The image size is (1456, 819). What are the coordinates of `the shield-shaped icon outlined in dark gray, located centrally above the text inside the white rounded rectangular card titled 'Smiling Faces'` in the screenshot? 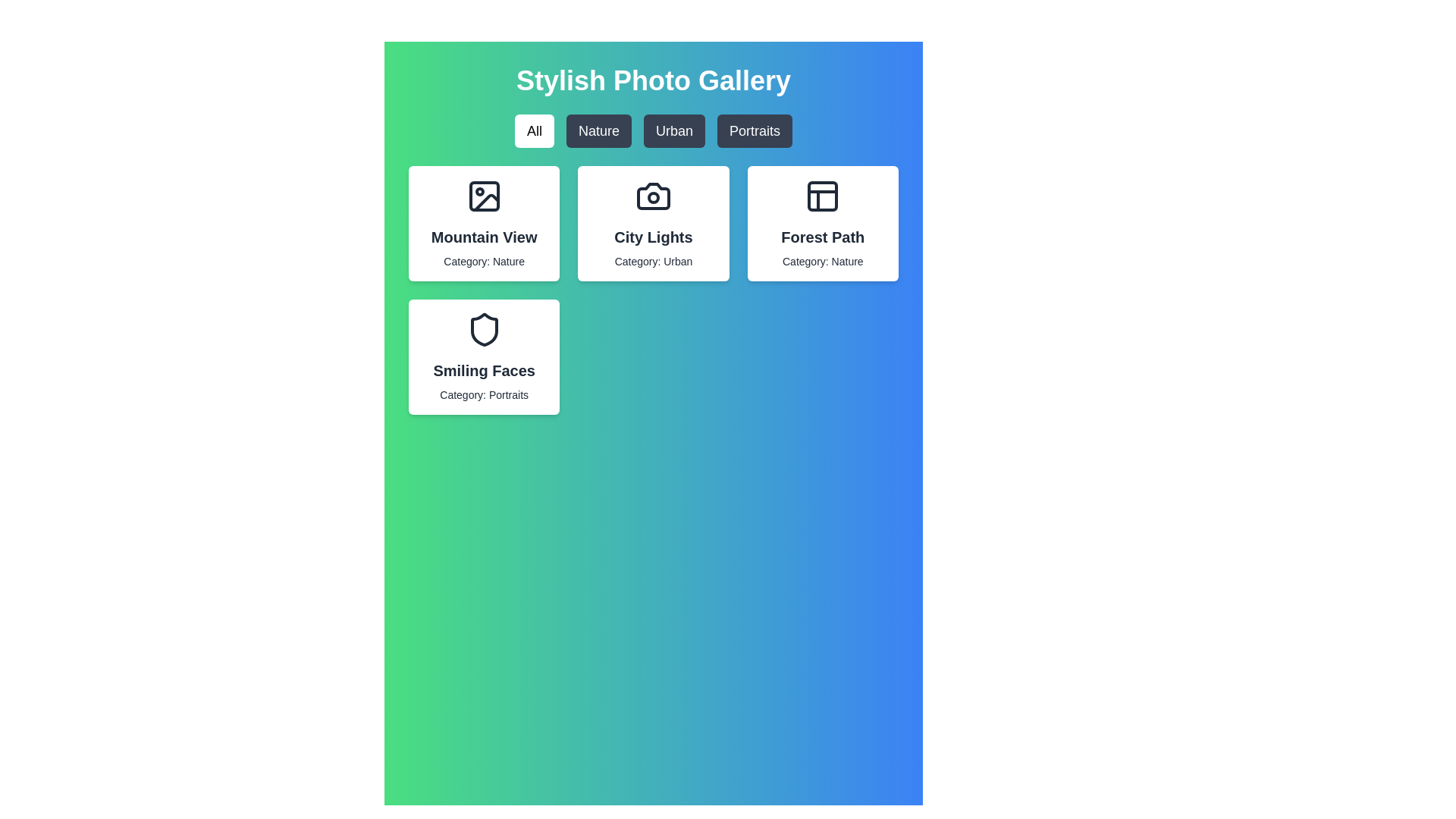 It's located at (483, 329).